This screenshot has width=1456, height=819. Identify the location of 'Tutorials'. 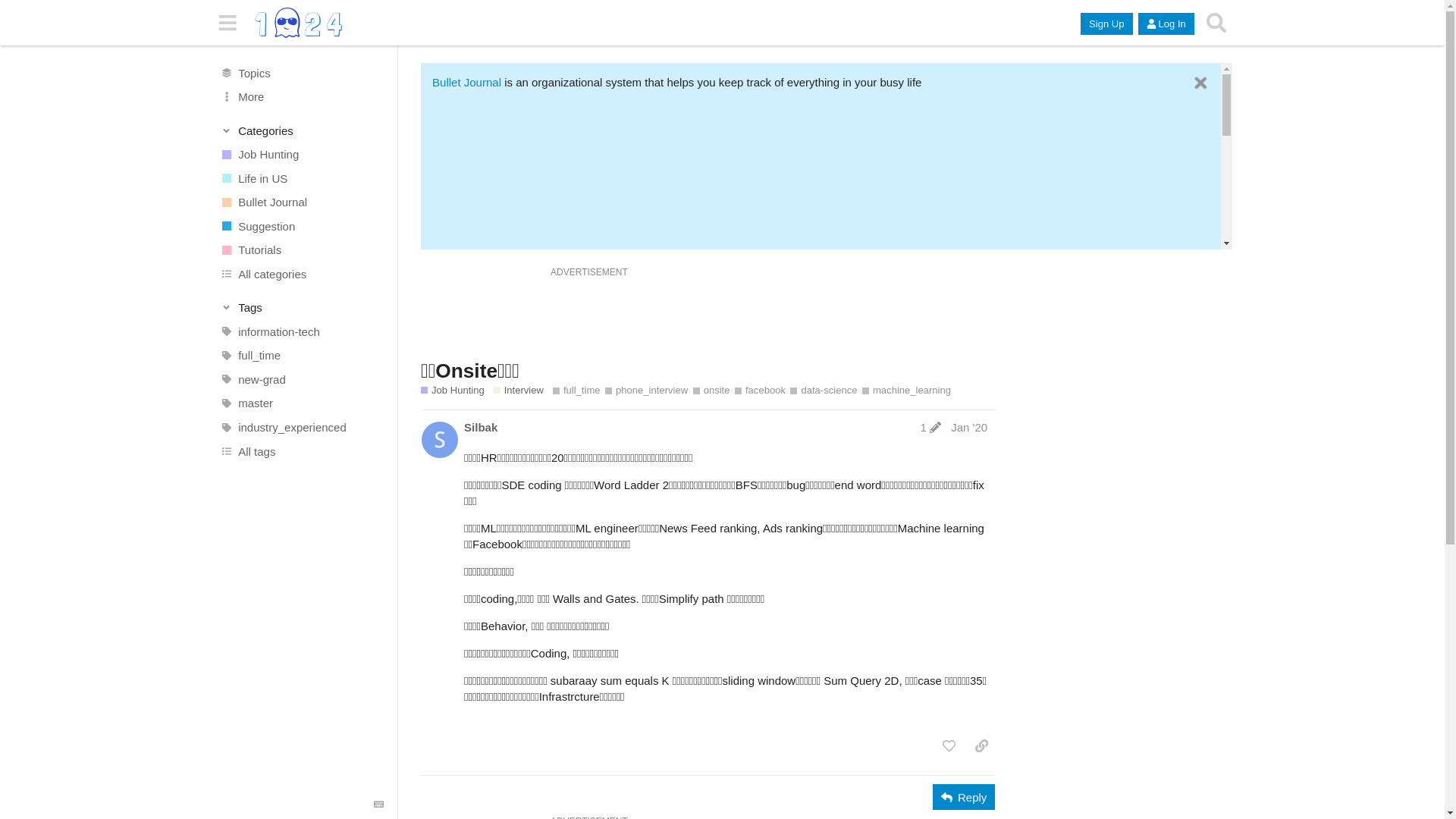
(203, 249).